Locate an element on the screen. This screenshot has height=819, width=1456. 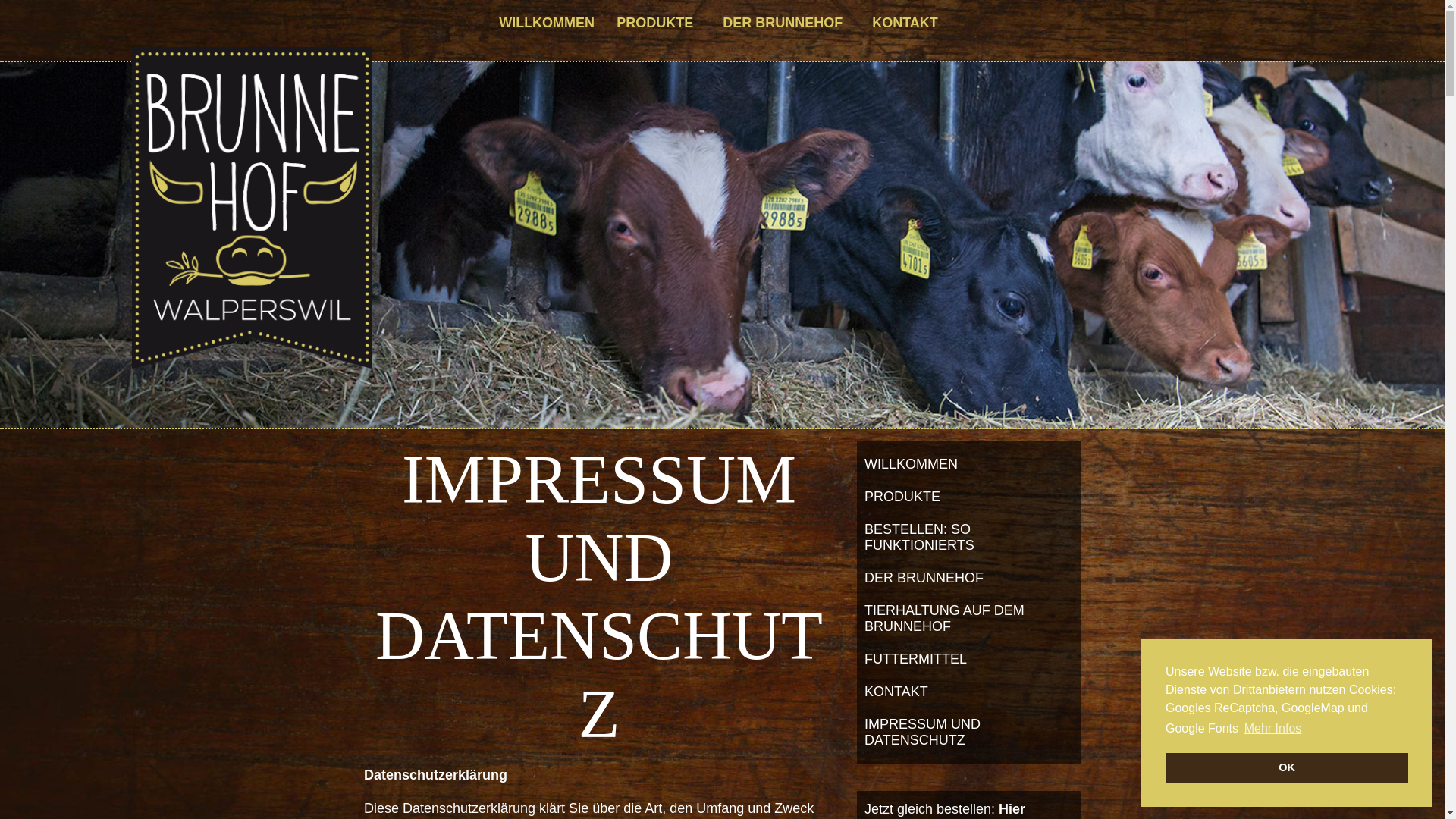
'OK' is located at coordinates (1286, 767).